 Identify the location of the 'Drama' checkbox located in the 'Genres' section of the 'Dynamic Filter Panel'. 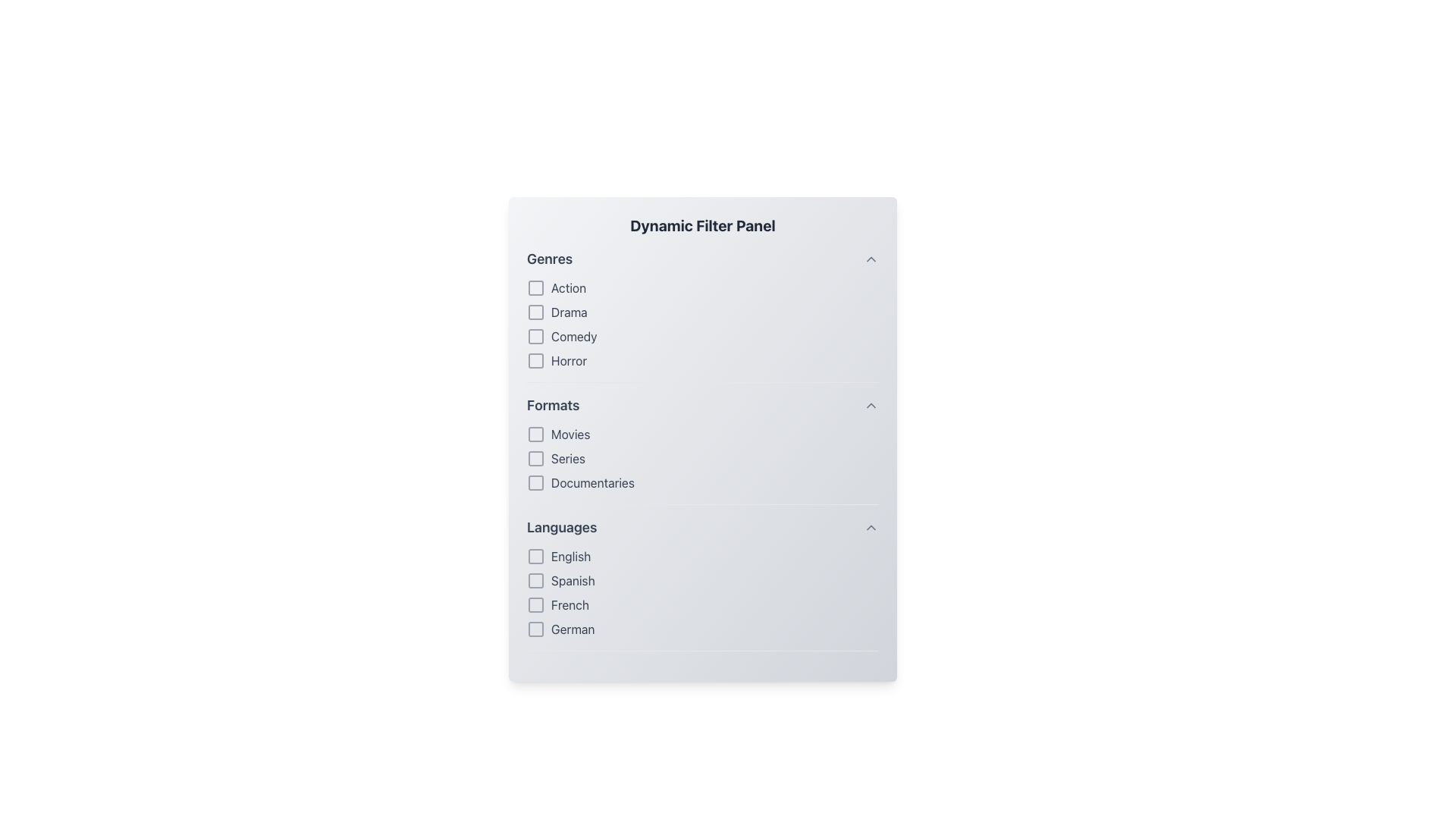
(701, 312).